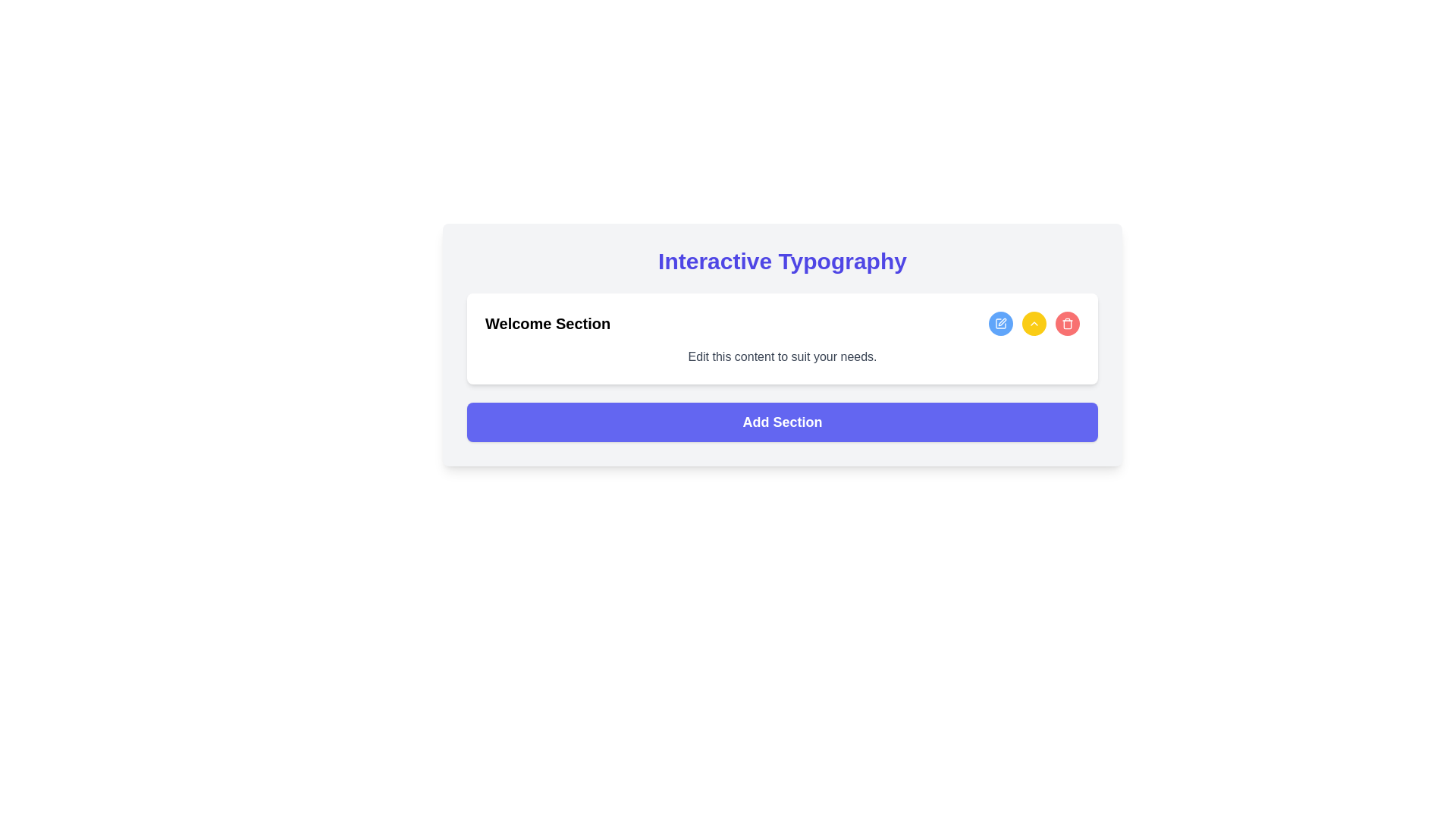 This screenshot has height=819, width=1456. I want to click on the delete button located at the far-right of the action buttons in the 'Welcome Section', so click(1066, 323).